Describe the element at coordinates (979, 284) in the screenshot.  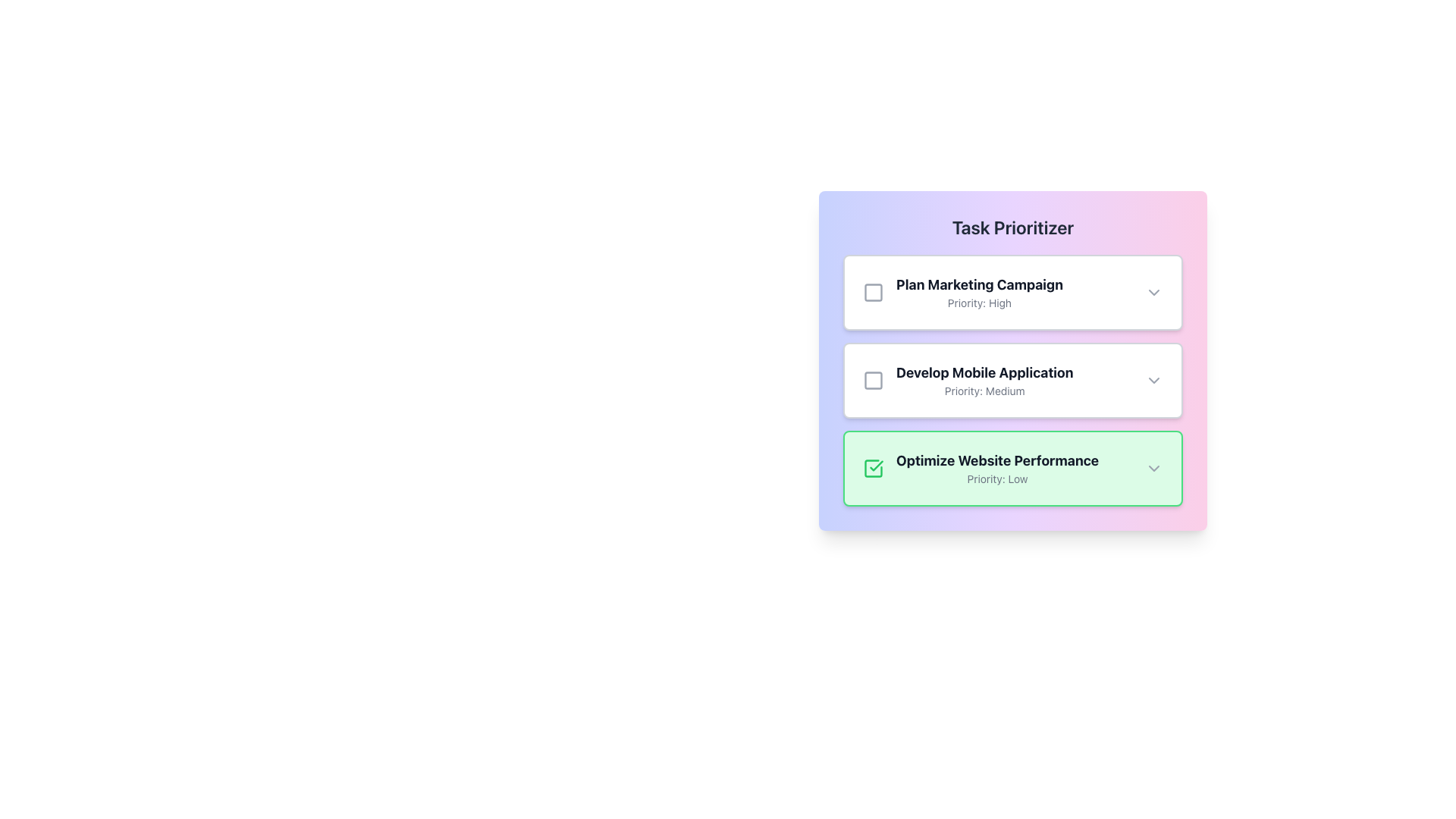
I see `the text label displaying 'Plan Marketing Campaign', which is styled in bold, large font within a white rectangular card` at that location.